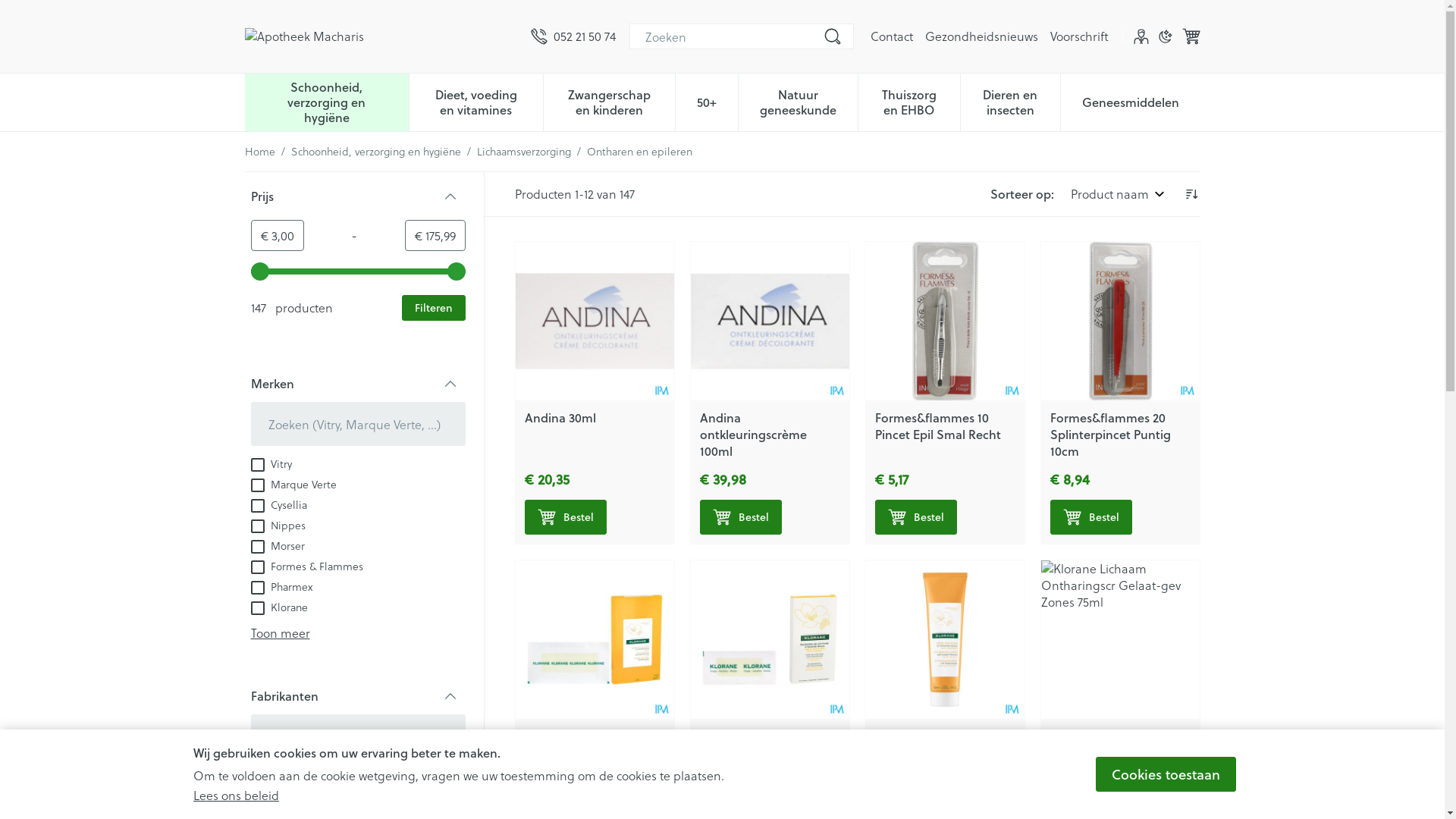  What do you see at coordinates (1164, 35) in the screenshot?
I see `'Donkere modus'` at bounding box center [1164, 35].